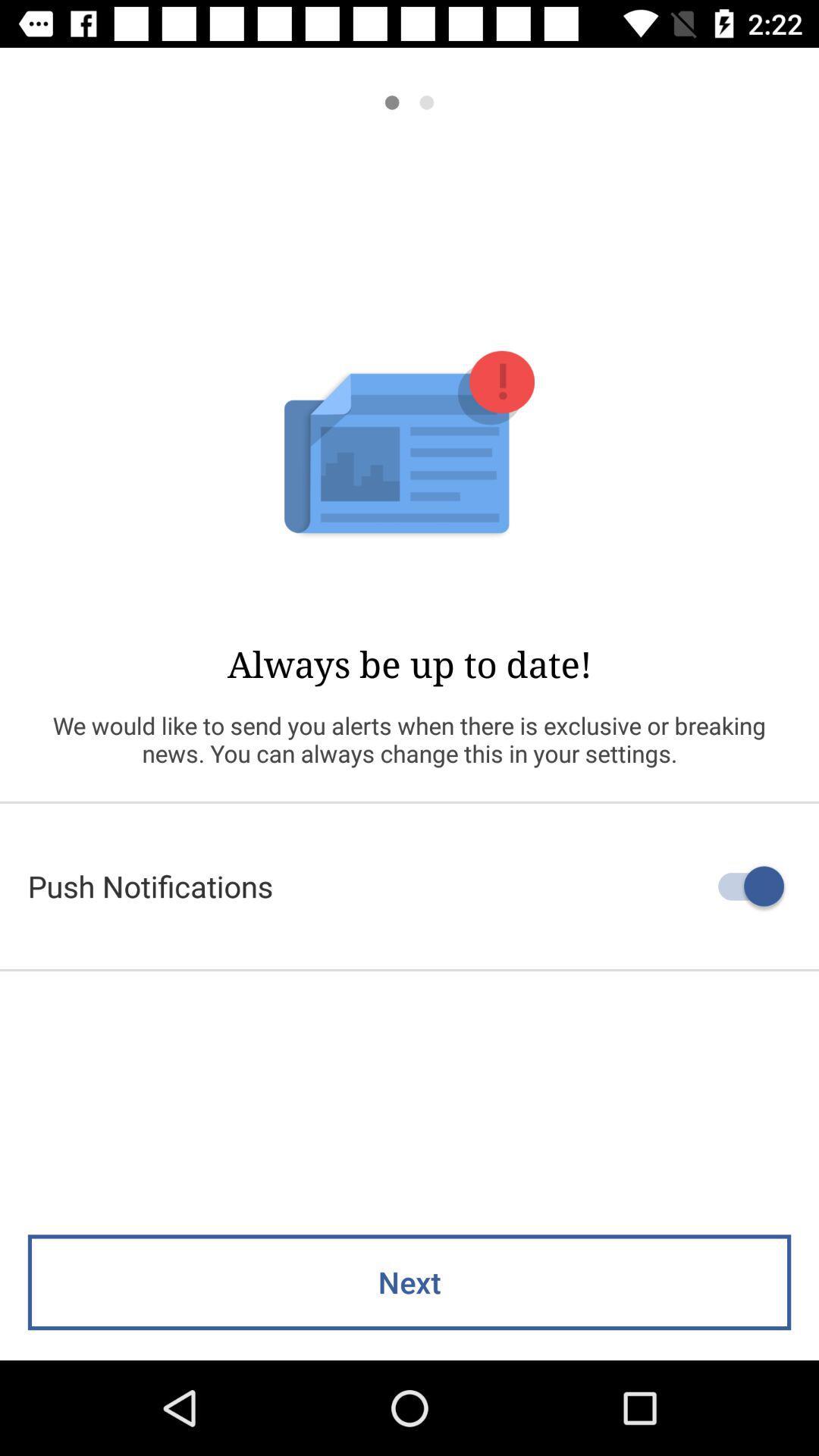  What do you see at coordinates (409, 886) in the screenshot?
I see `the push notifications` at bounding box center [409, 886].